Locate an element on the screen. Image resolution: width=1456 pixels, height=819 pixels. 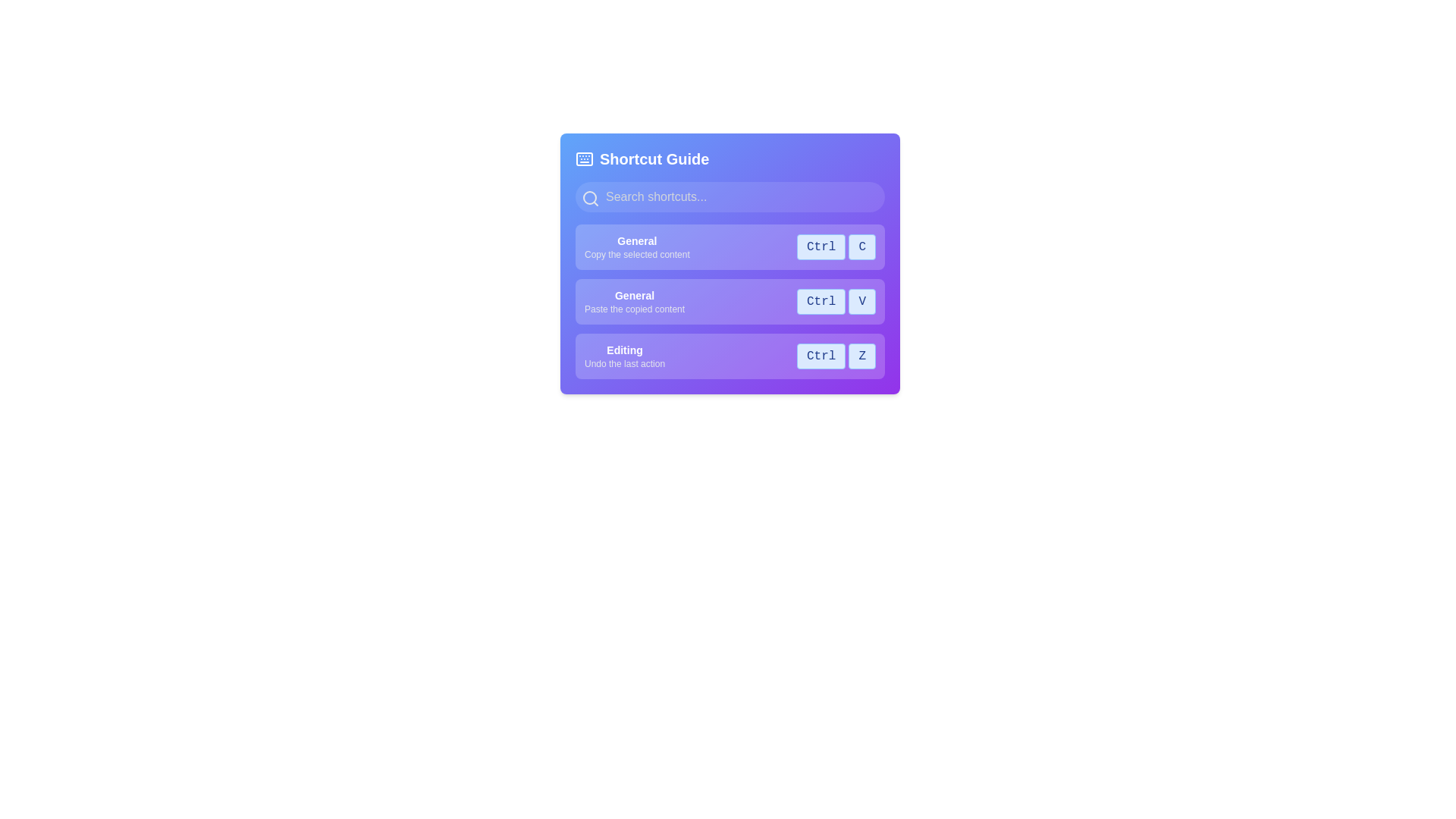
the button-like component labeled 'Ctrl' with a light blue background, located to the left of the 'V' component in the keyboard shortcuts interface is located at coordinates (821, 301).